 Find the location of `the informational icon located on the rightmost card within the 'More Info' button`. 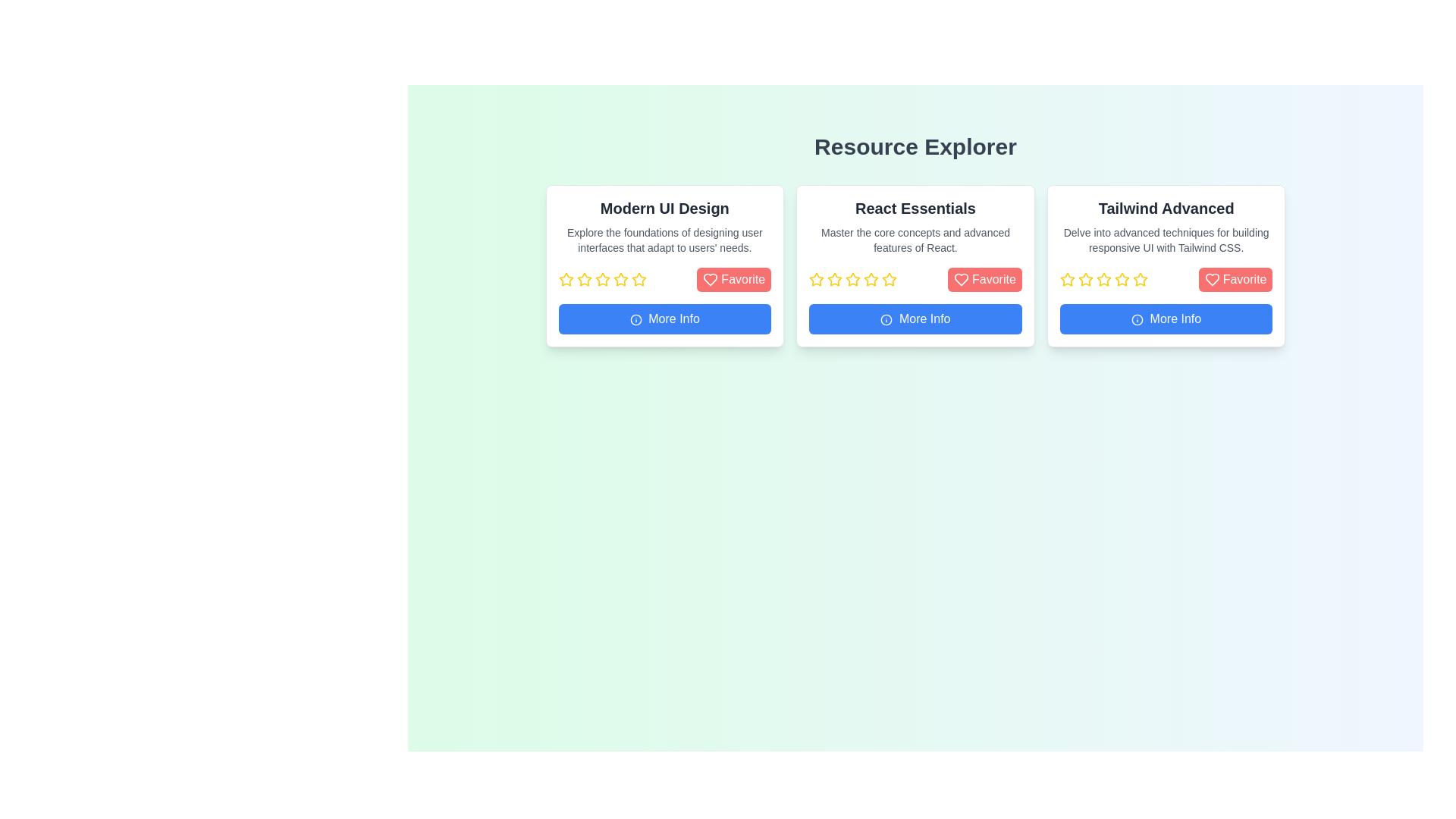

the informational icon located on the rightmost card within the 'More Info' button is located at coordinates (1137, 318).